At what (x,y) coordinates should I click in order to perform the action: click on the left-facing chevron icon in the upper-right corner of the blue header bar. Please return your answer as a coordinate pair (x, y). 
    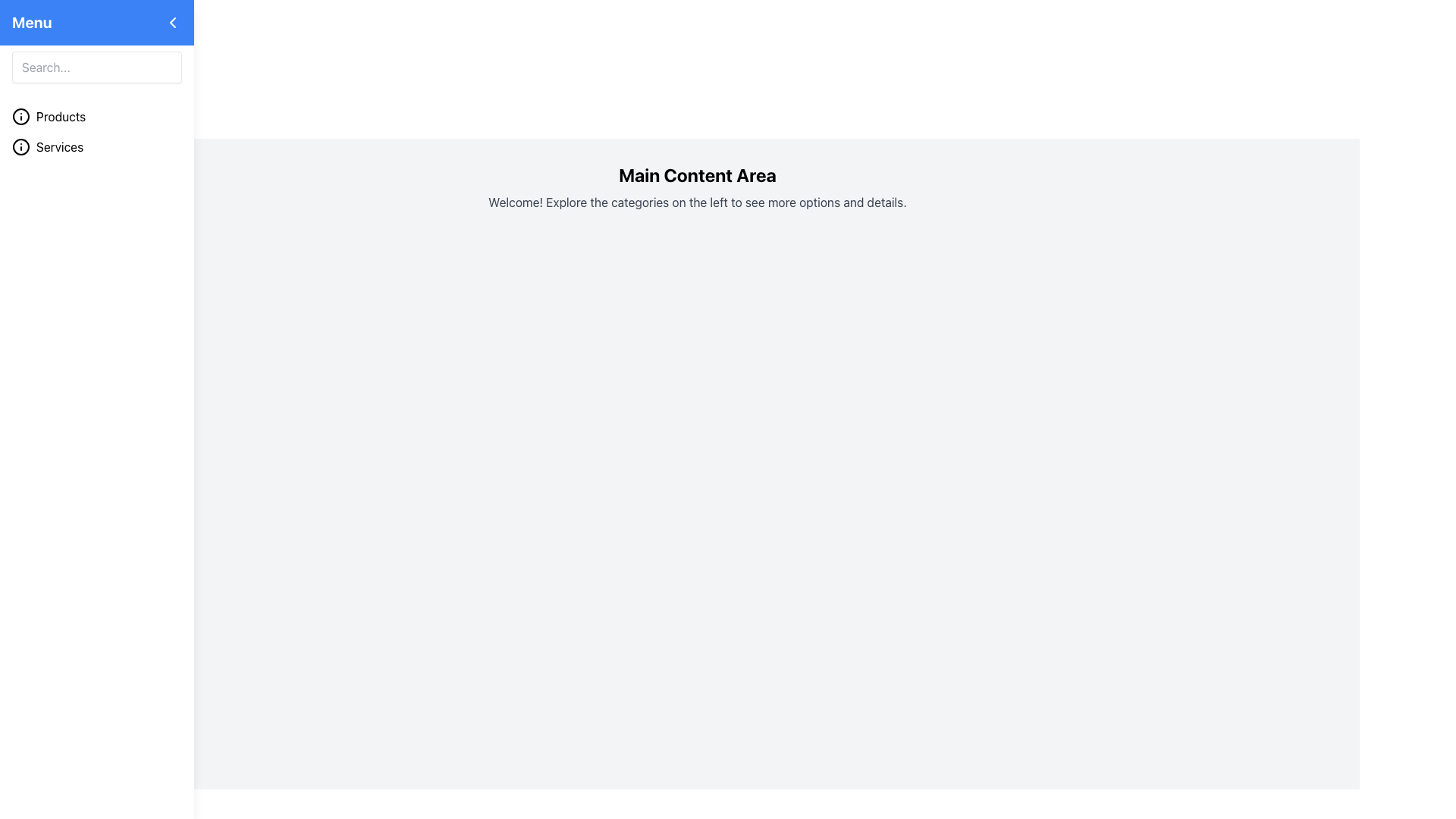
    Looking at the image, I should click on (172, 23).